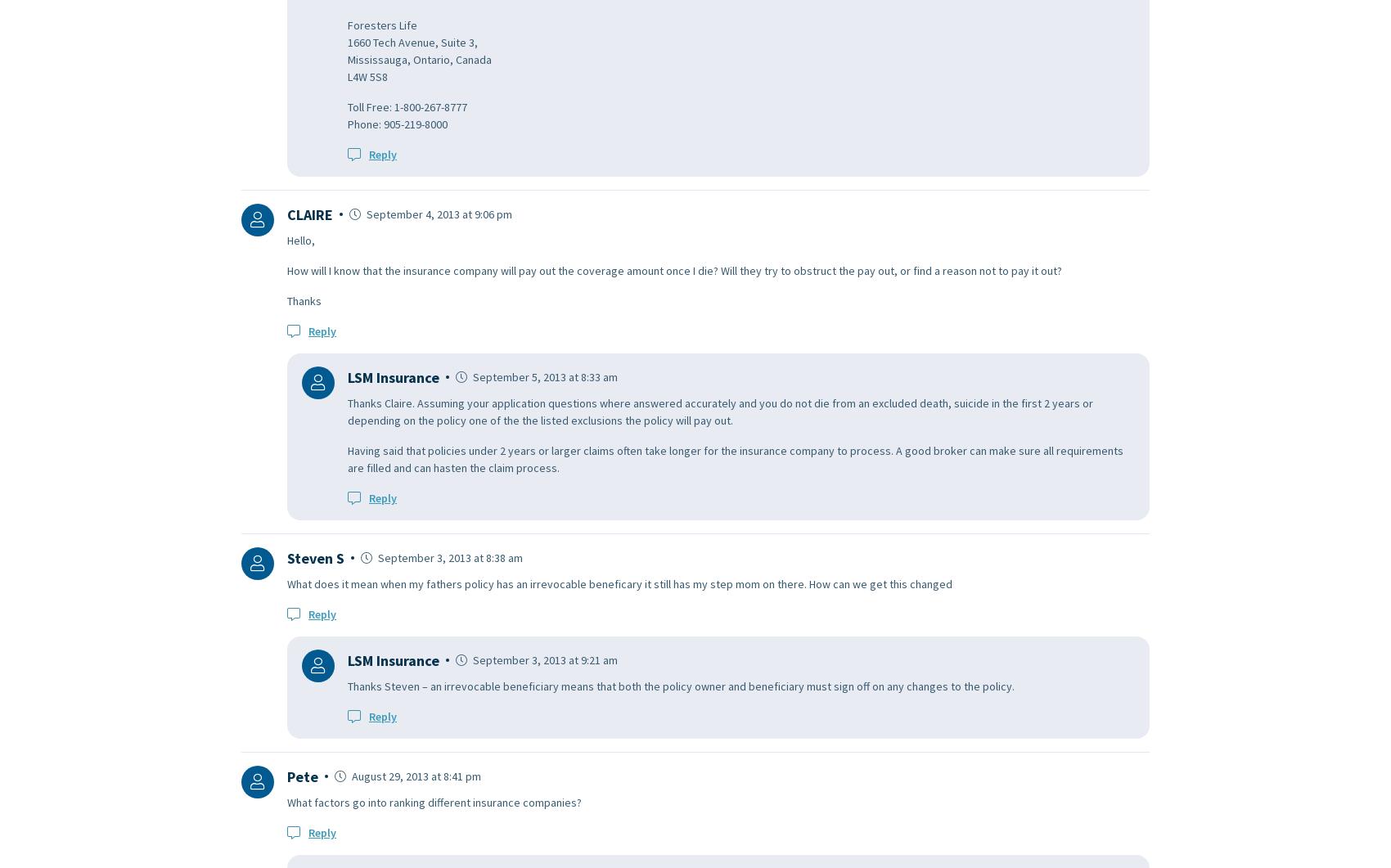 The height and width of the screenshot is (868, 1391). Describe the element at coordinates (348, 42) in the screenshot. I see `'1660 Tech Avenue, Suite 3,'` at that location.